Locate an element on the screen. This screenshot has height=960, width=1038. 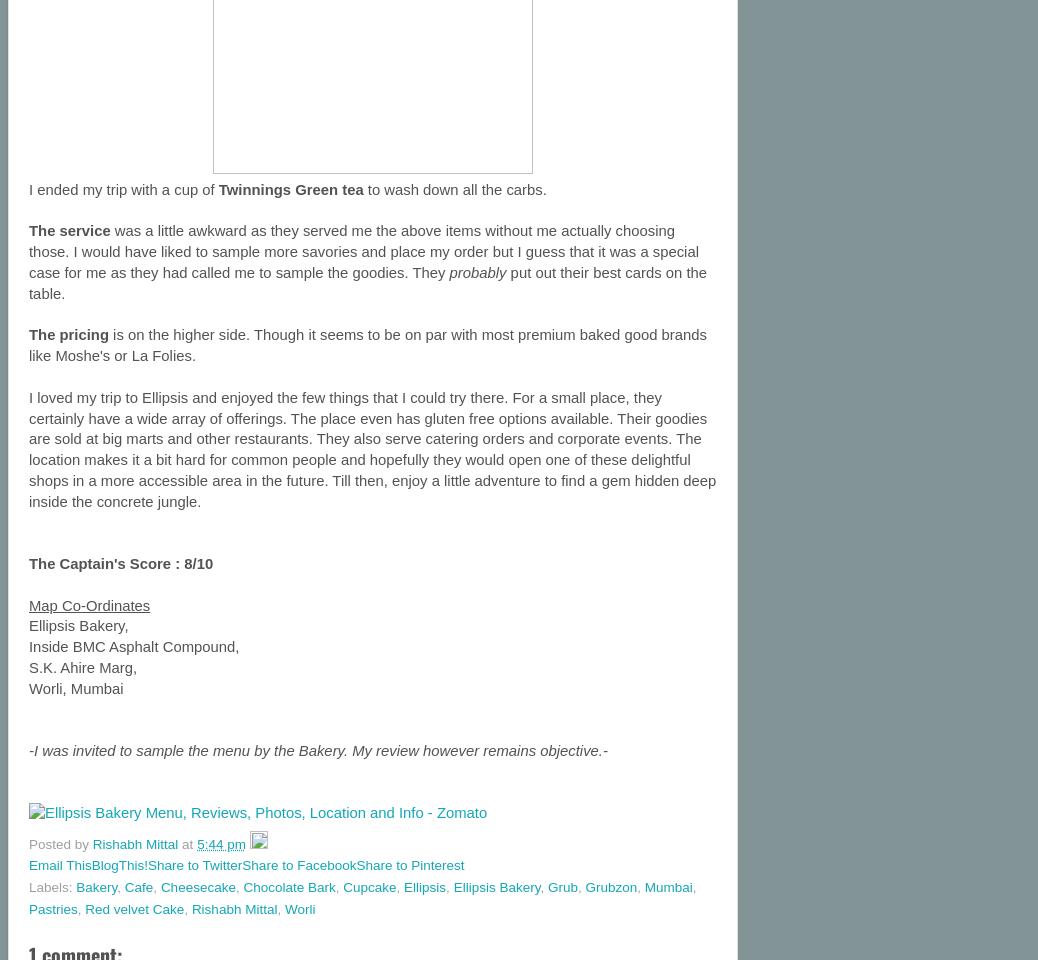
'Cafe' is located at coordinates (123, 886).